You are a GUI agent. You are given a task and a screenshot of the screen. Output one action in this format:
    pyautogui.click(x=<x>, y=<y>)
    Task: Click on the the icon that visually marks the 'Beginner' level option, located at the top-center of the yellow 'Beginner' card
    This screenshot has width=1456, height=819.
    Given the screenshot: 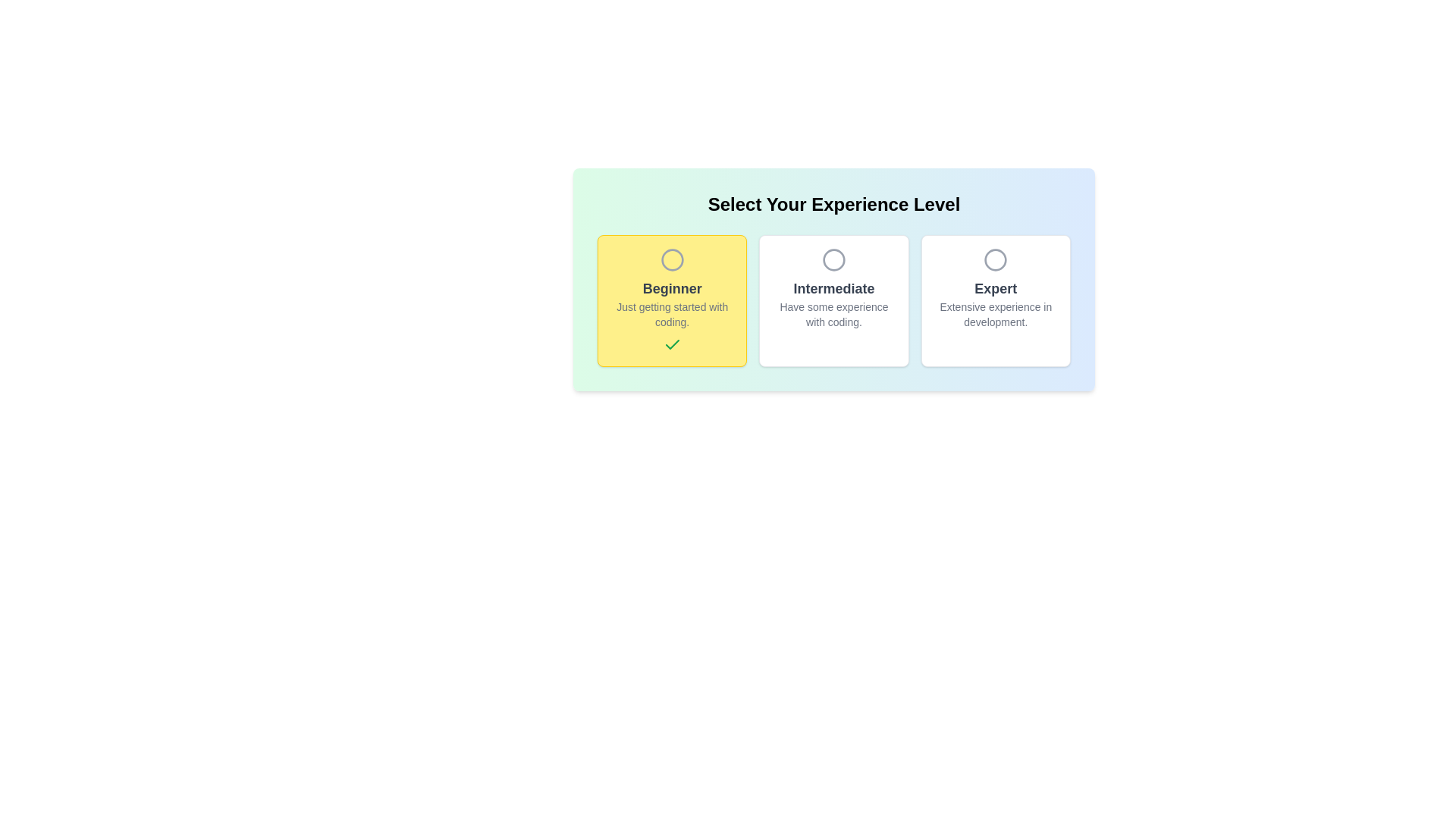 What is the action you would take?
    pyautogui.click(x=671, y=259)
    